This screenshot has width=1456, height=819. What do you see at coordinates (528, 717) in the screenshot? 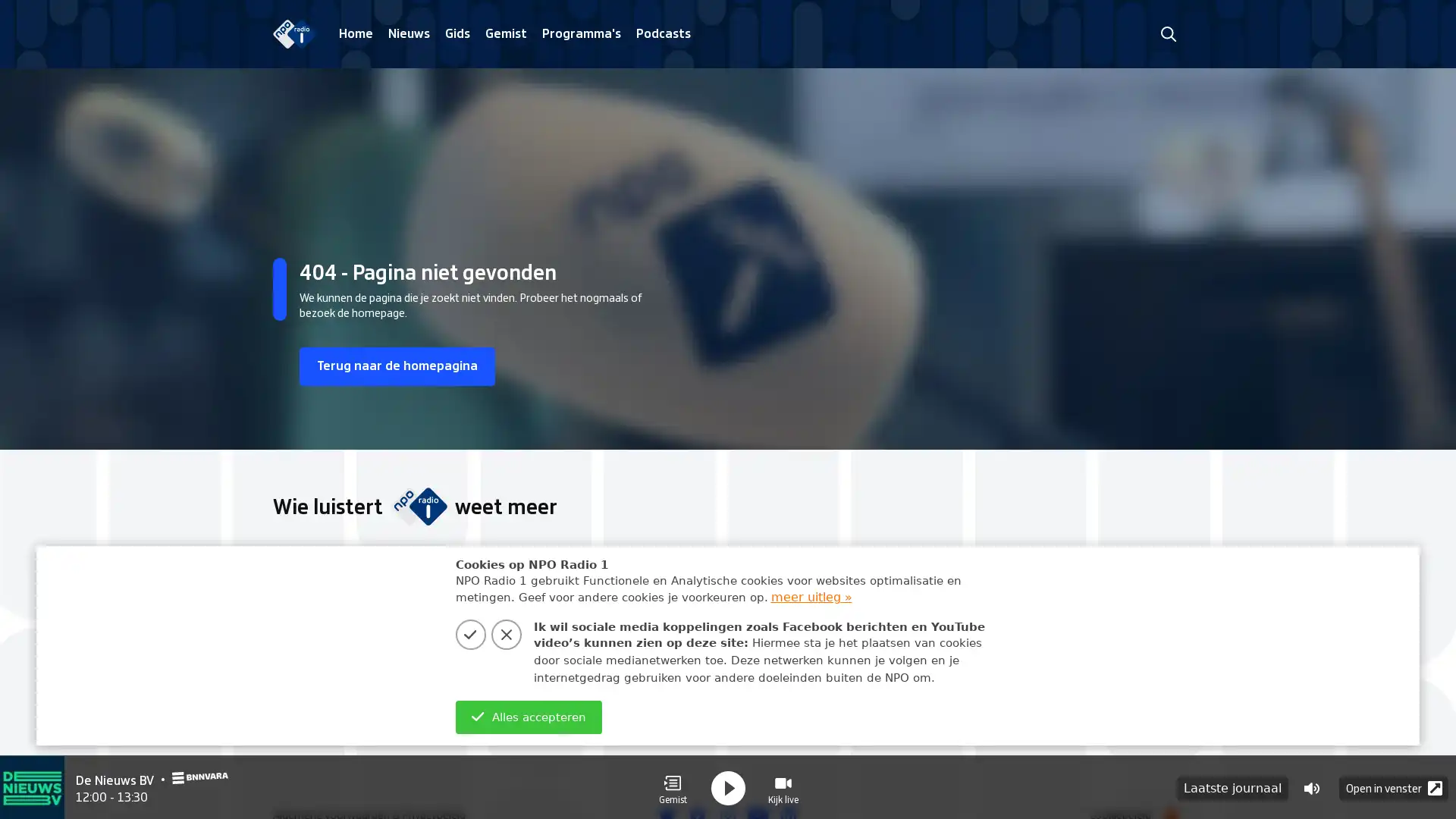
I see `Alles accepteren` at bounding box center [528, 717].